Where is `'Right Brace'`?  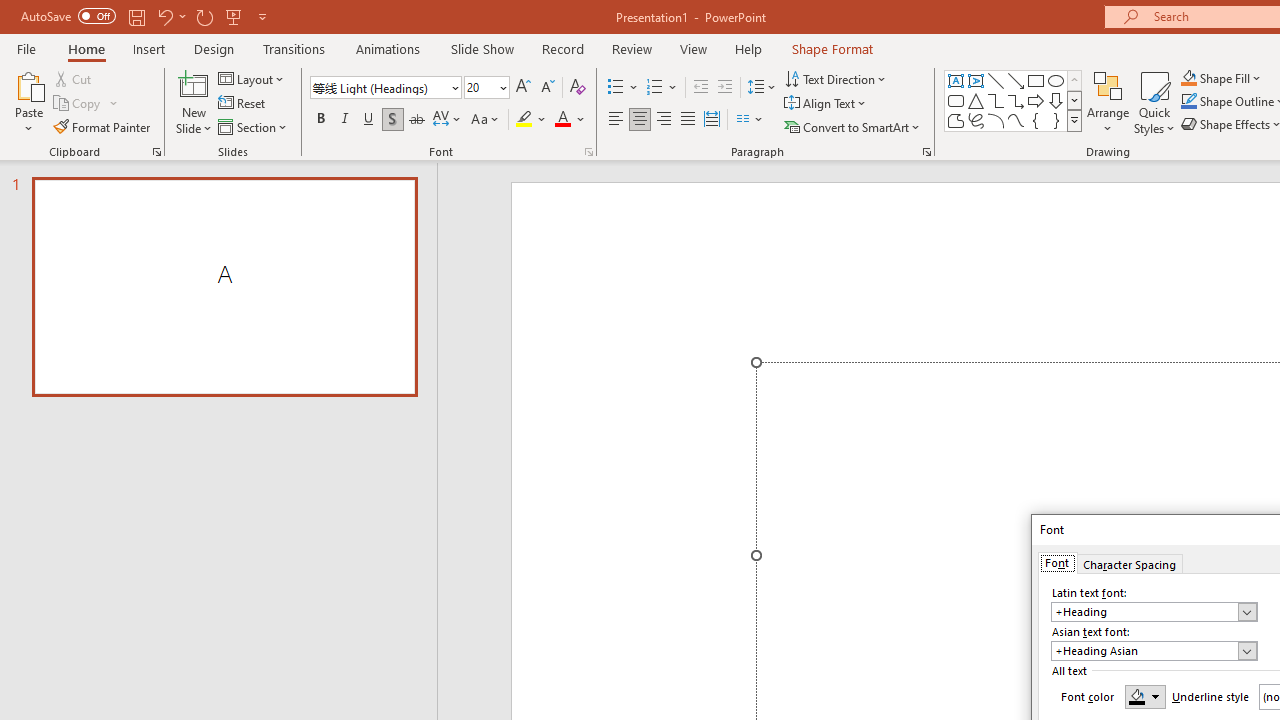 'Right Brace' is located at coordinates (1055, 120).